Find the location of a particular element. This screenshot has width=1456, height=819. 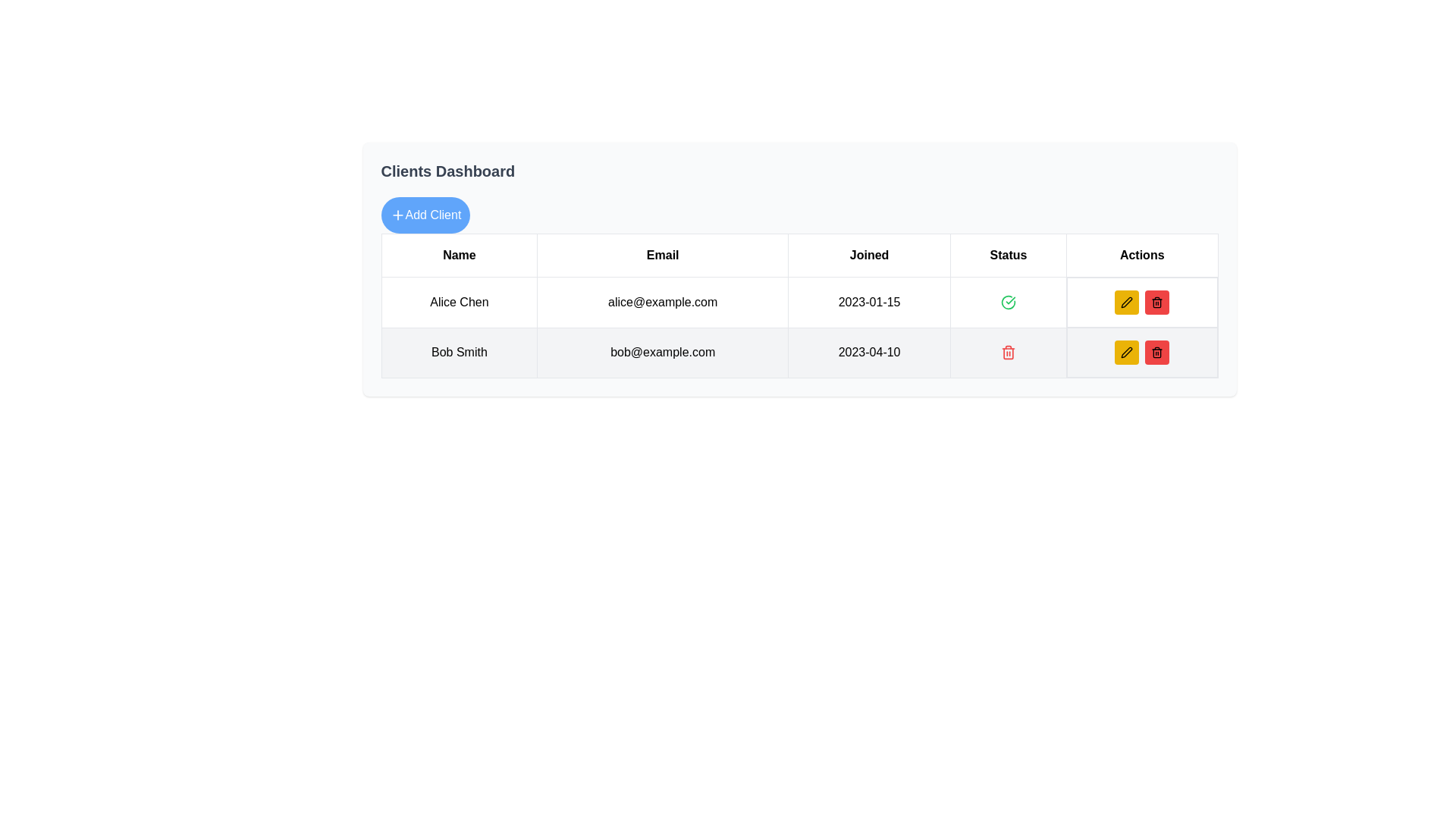

the visual status indicated by the checkmark icon within the green circular border located in the 'Status' column of the first row of the table is located at coordinates (1008, 302).